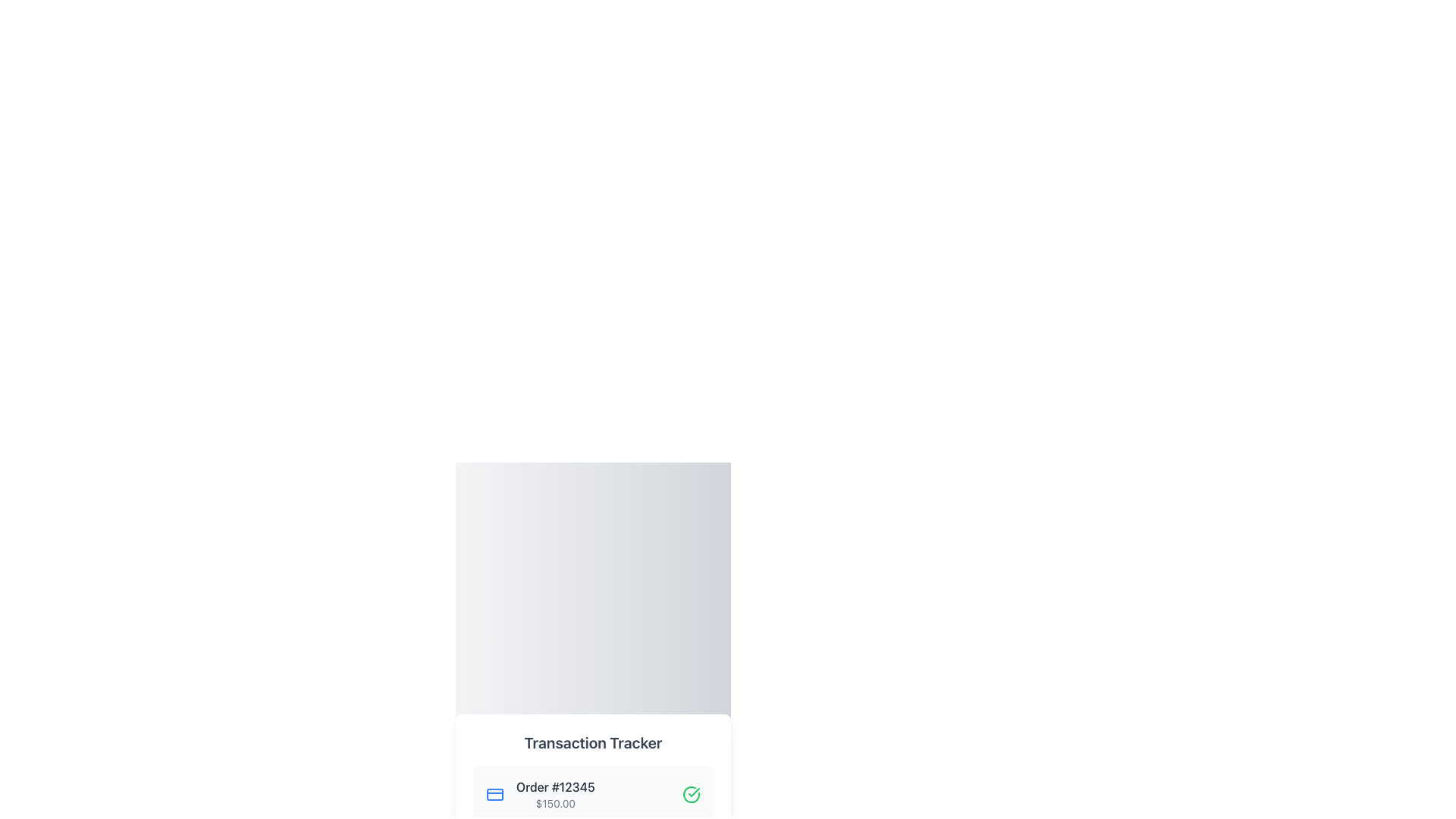 The height and width of the screenshot is (819, 1456). What do you see at coordinates (592, 742) in the screenshot?
I see `text of the 'Transaction Tracker' label, which is a bold gray text located at the top of a white rectangular card interface` at bounding box center [592, 742].